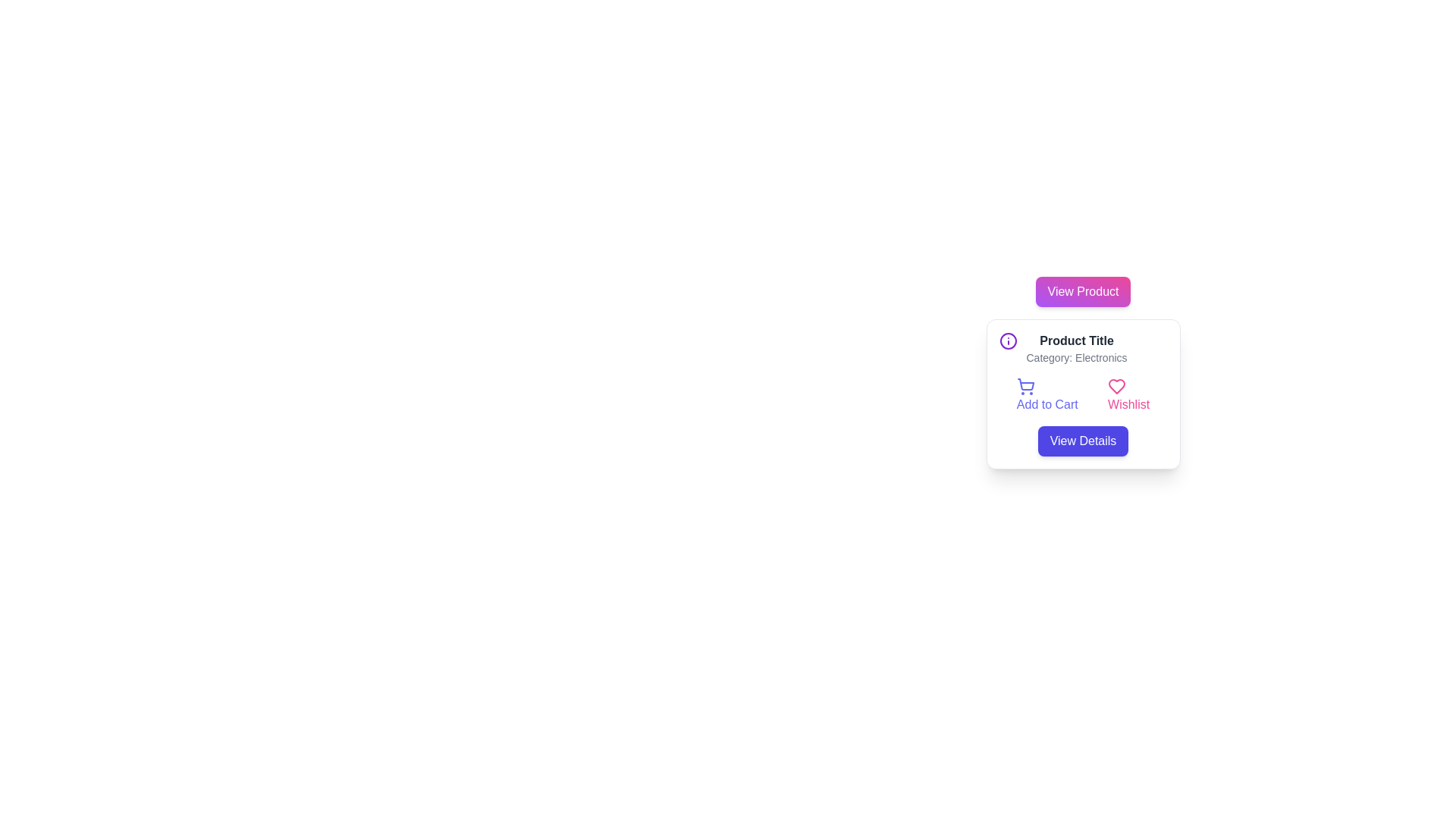 The height and width of the screenshot is (819, 1456). Describe the element at coordinates (1008, 341) in the screenshot. I see `the information icon` at that location.